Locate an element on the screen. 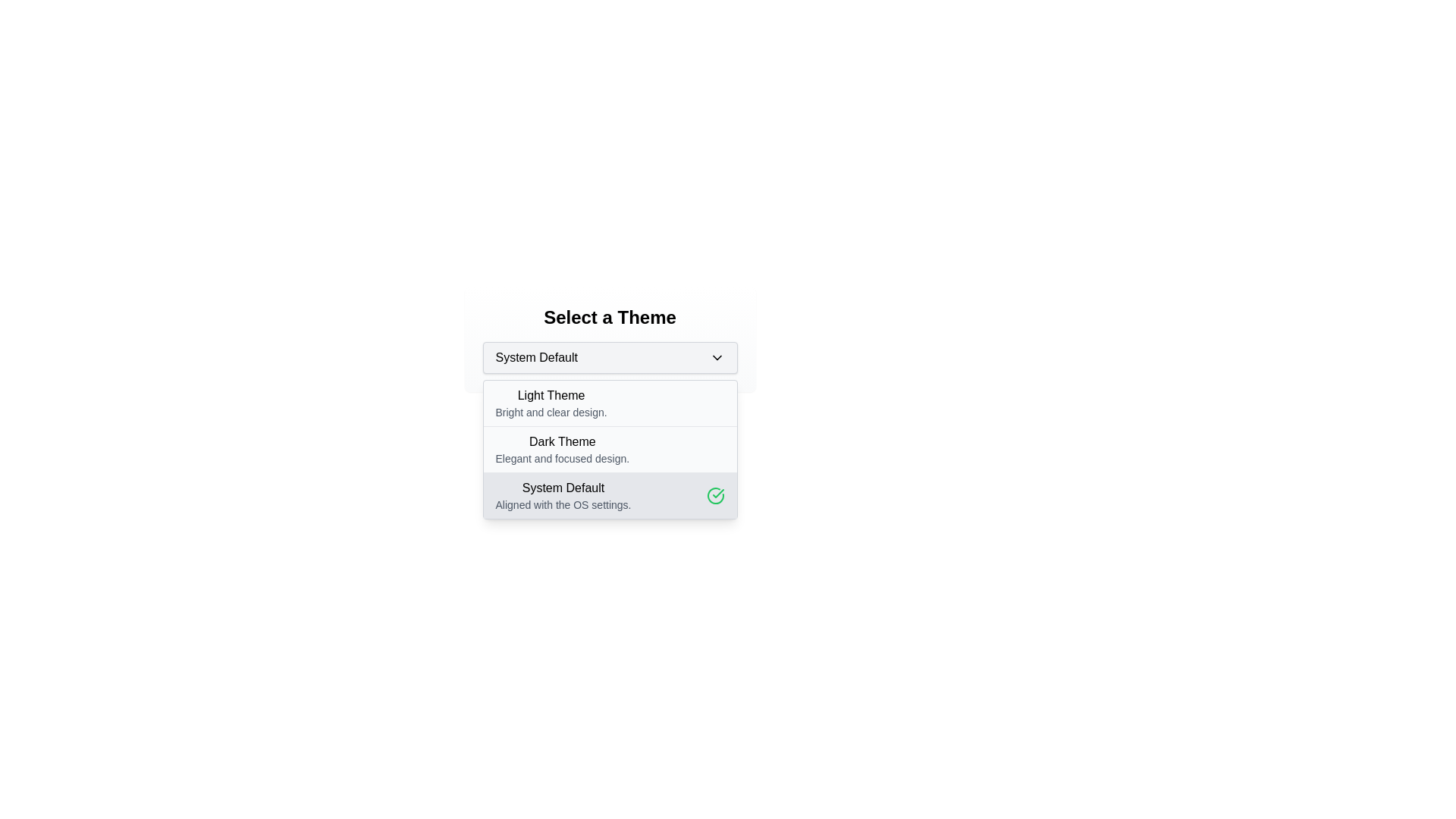 Image resolution: width=1456 pixels, height=819 pixels. the 'Dark Theme' dropdown option, which is the second entry in the dropdown list under 'Select a Theme' is located at coordinates (561, 449).